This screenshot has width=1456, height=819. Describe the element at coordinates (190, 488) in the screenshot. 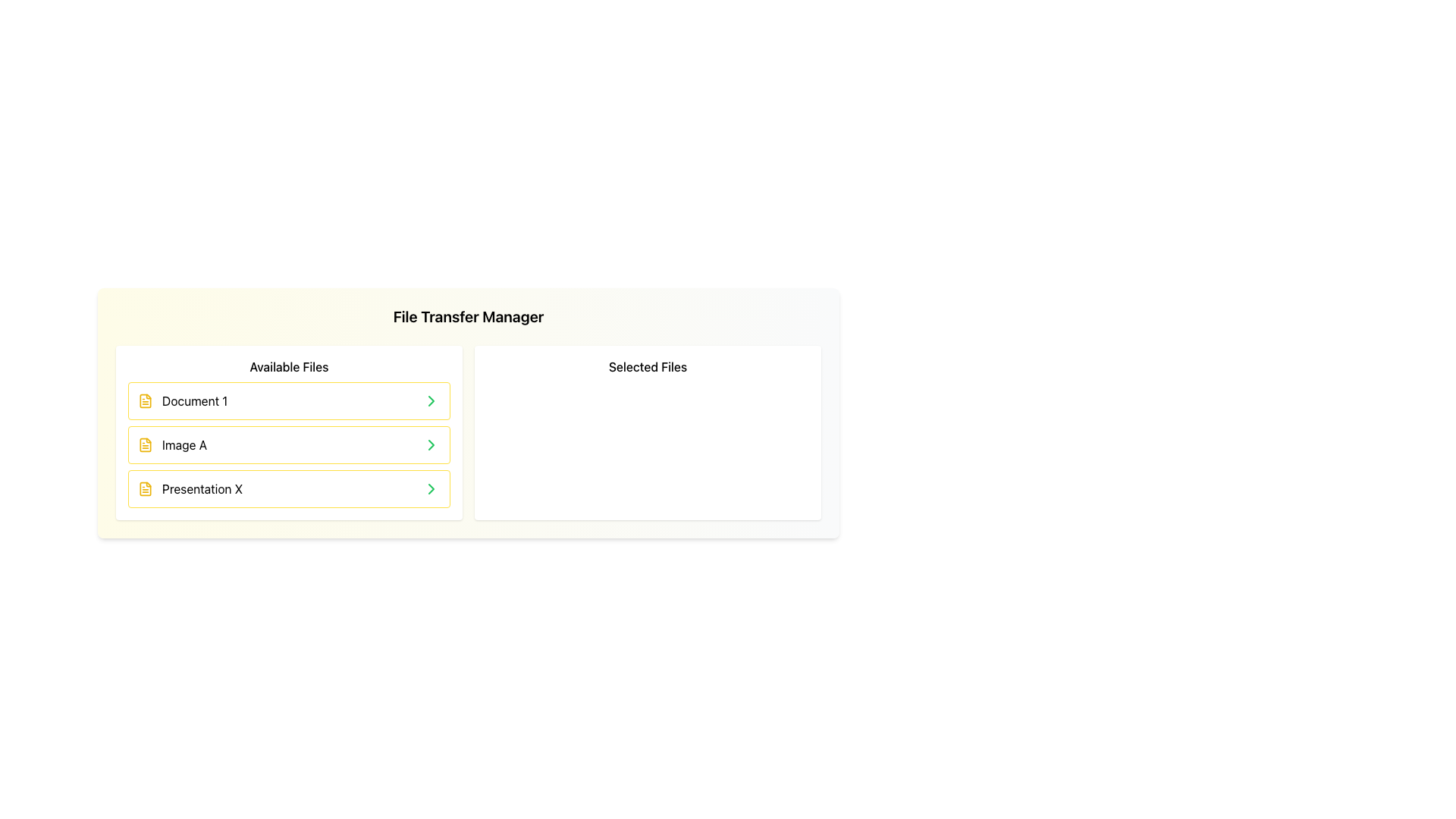

I see `the third list item in the 'Available Files' section that has the text 'Presentation X' and a yellow document icon` at that location.